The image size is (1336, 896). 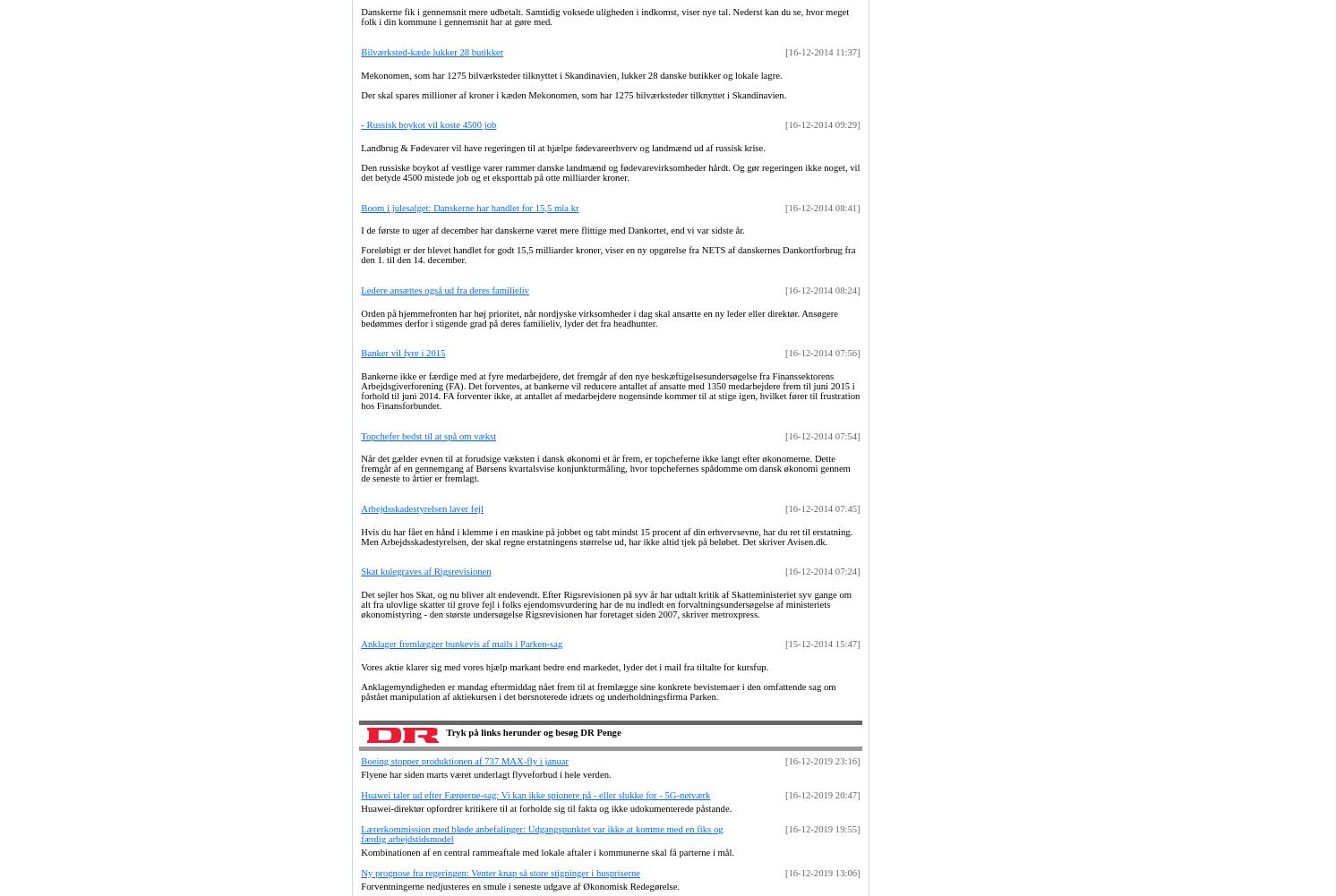 I want to click on '[16-12-2019 19:55]', so click(x=822, y=828).